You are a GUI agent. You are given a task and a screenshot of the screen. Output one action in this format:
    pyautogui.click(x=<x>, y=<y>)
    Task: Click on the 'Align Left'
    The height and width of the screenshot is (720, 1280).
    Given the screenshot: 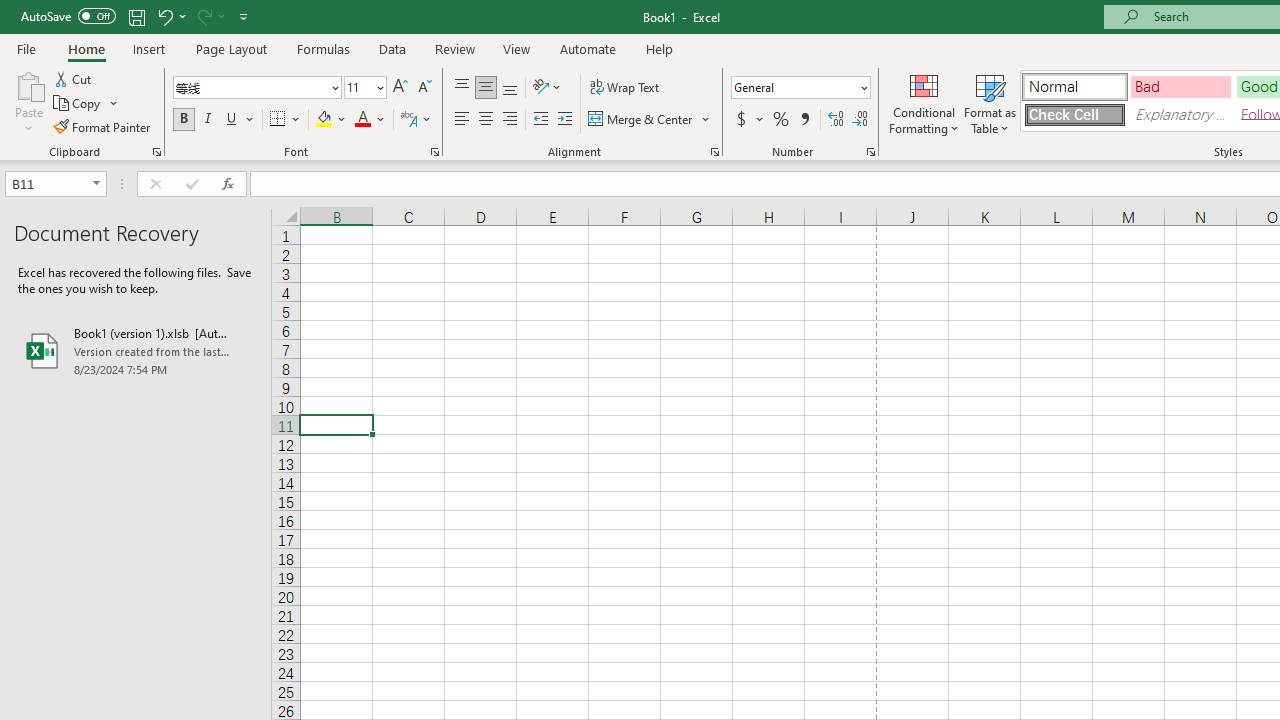 What is the action you would take?
    pyautogui.click(x=461, y=119)
    